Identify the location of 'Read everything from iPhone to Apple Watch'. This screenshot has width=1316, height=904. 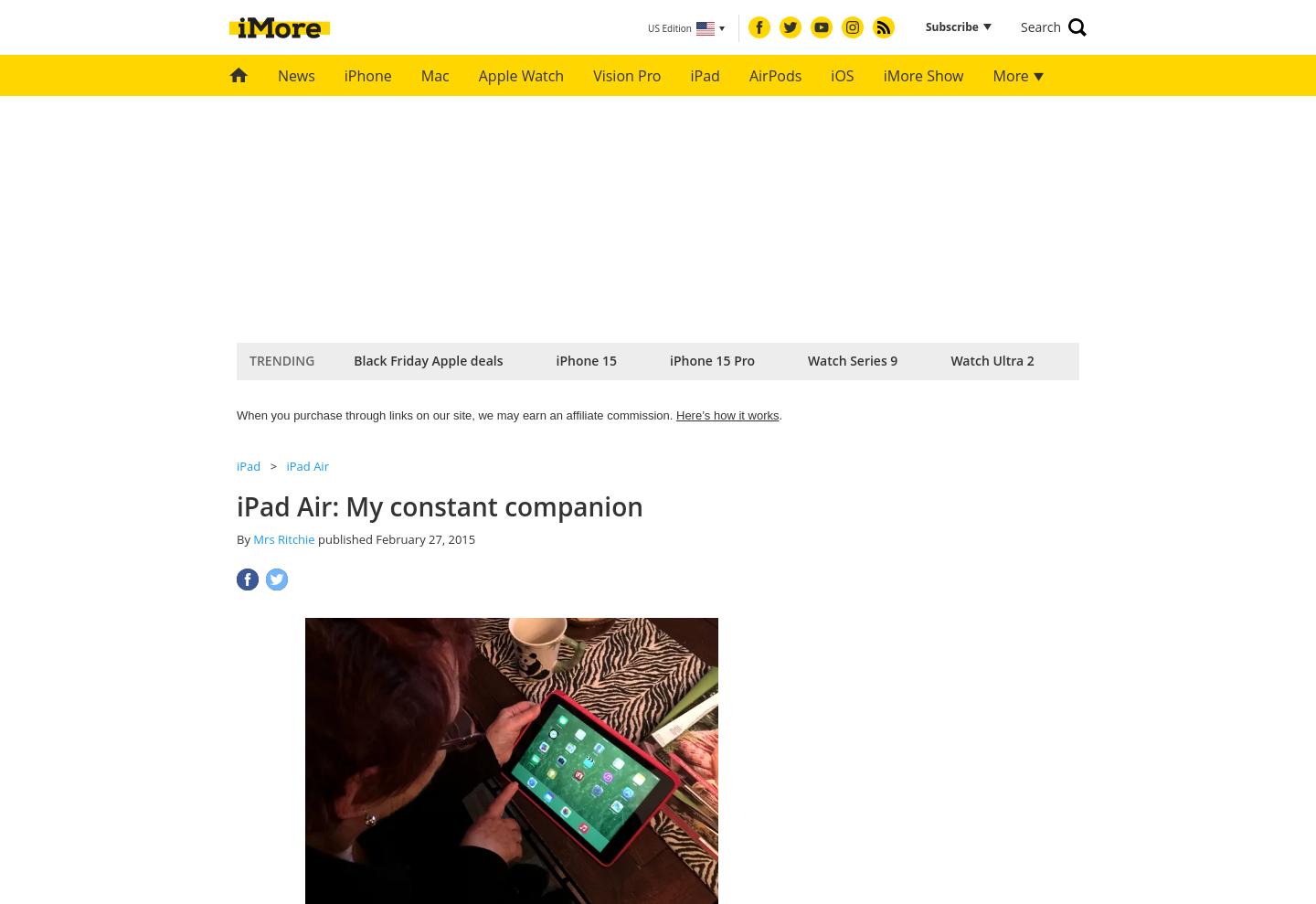
(639, 237).